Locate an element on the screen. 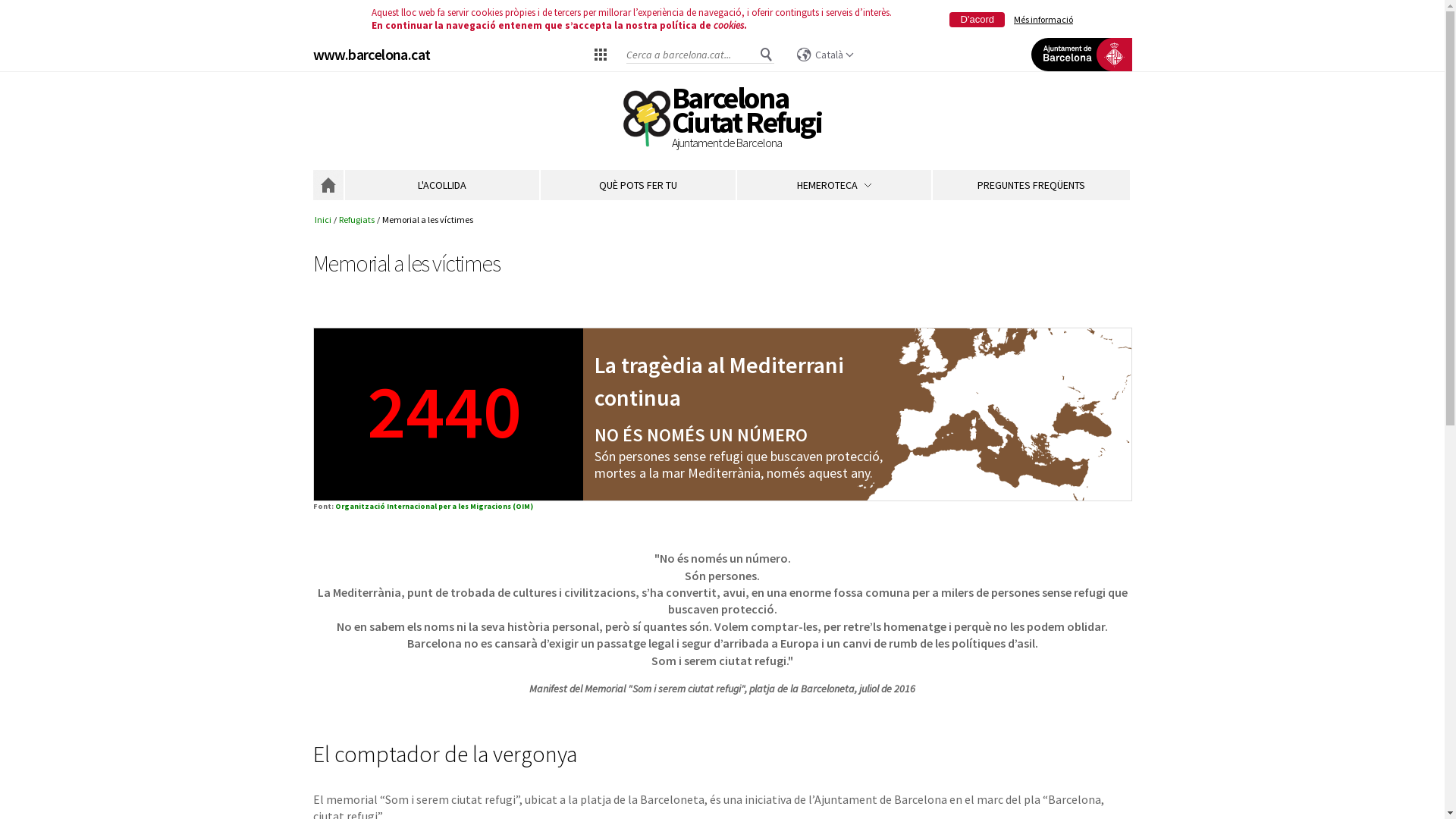 Image resolution: width=1456 pixels, height=819 pixels. 'D'acord' is located at coordinates (977, 20).